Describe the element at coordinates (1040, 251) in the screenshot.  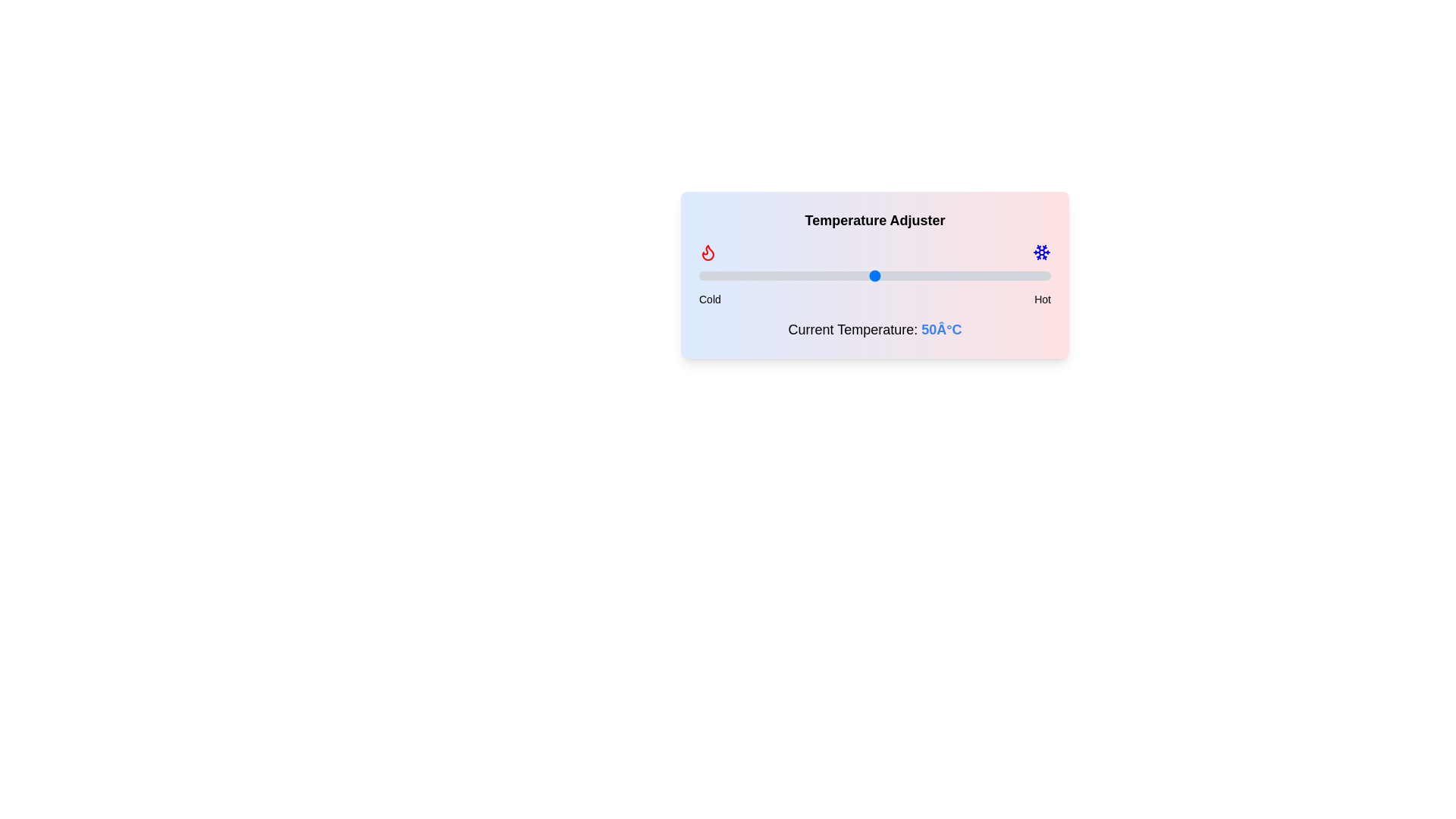
I see `the snowflake icon to observe changes` at that location.